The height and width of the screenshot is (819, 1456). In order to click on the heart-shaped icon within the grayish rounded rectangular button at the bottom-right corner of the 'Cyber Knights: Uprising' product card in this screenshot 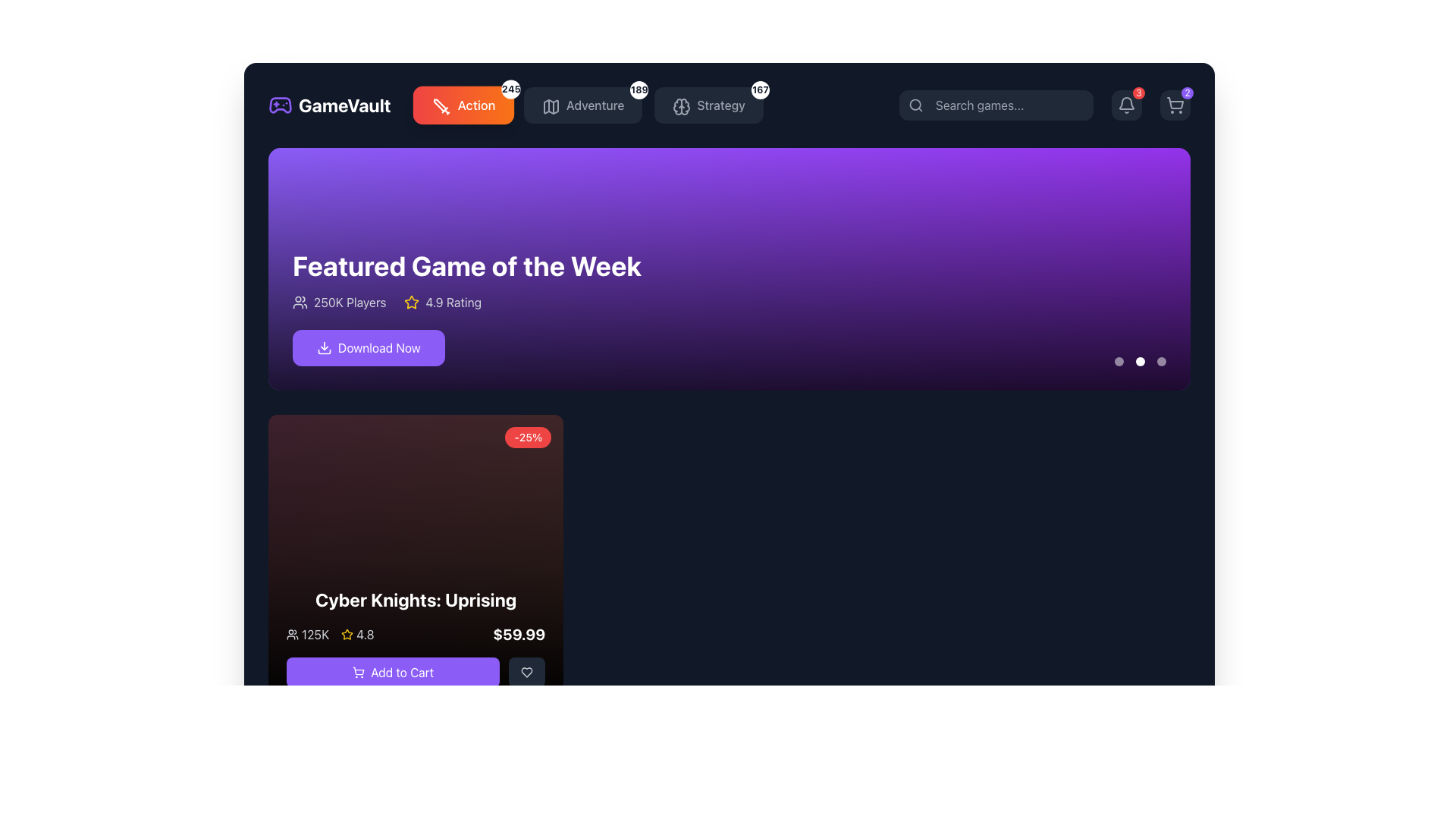, I will do `click(527, 672)`.